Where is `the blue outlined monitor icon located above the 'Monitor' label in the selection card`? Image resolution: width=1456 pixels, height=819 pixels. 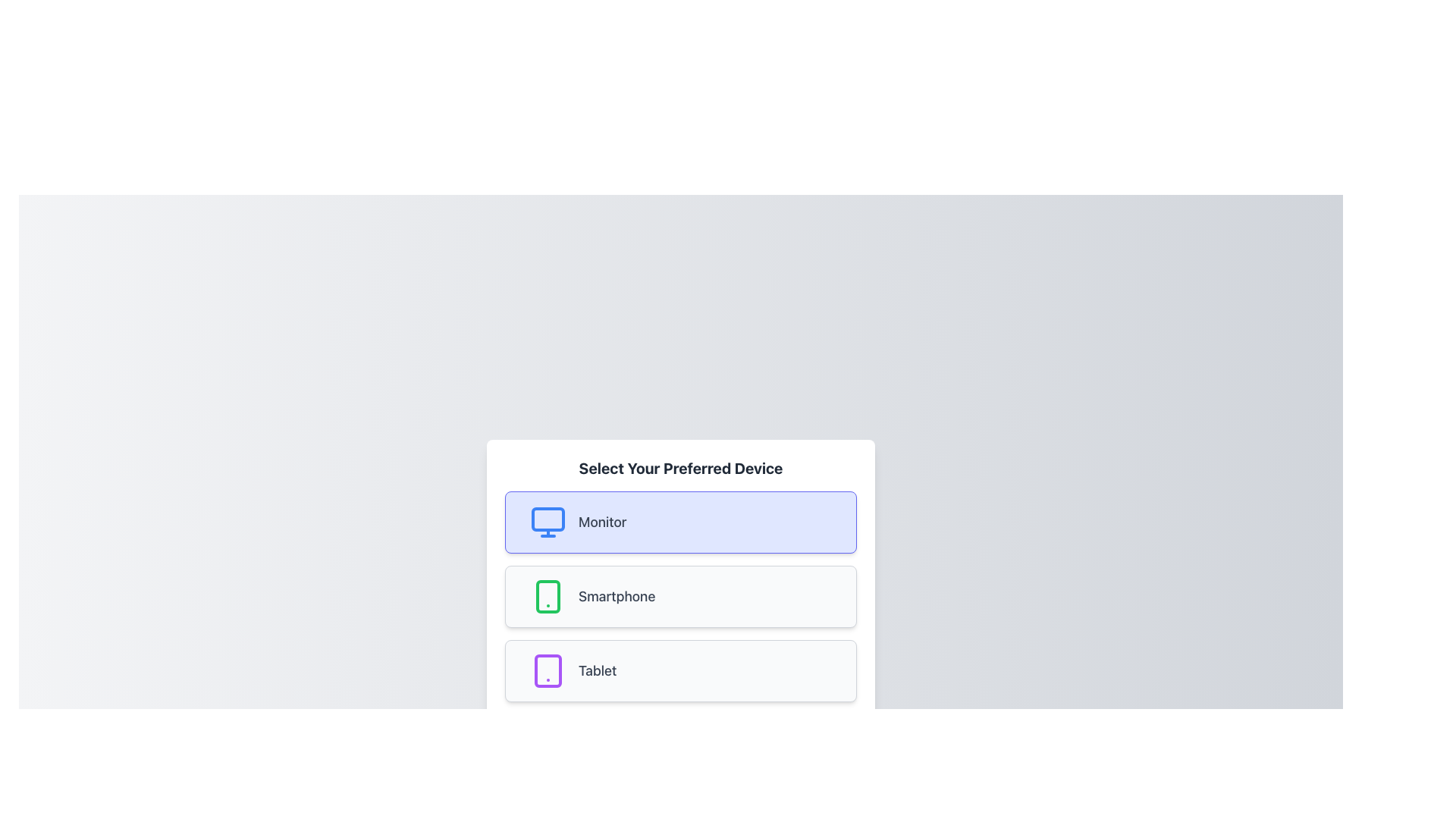 the blue outlined monitor icon located above the 'Monitor' label in the selection card is located at coordinates (548, 522).